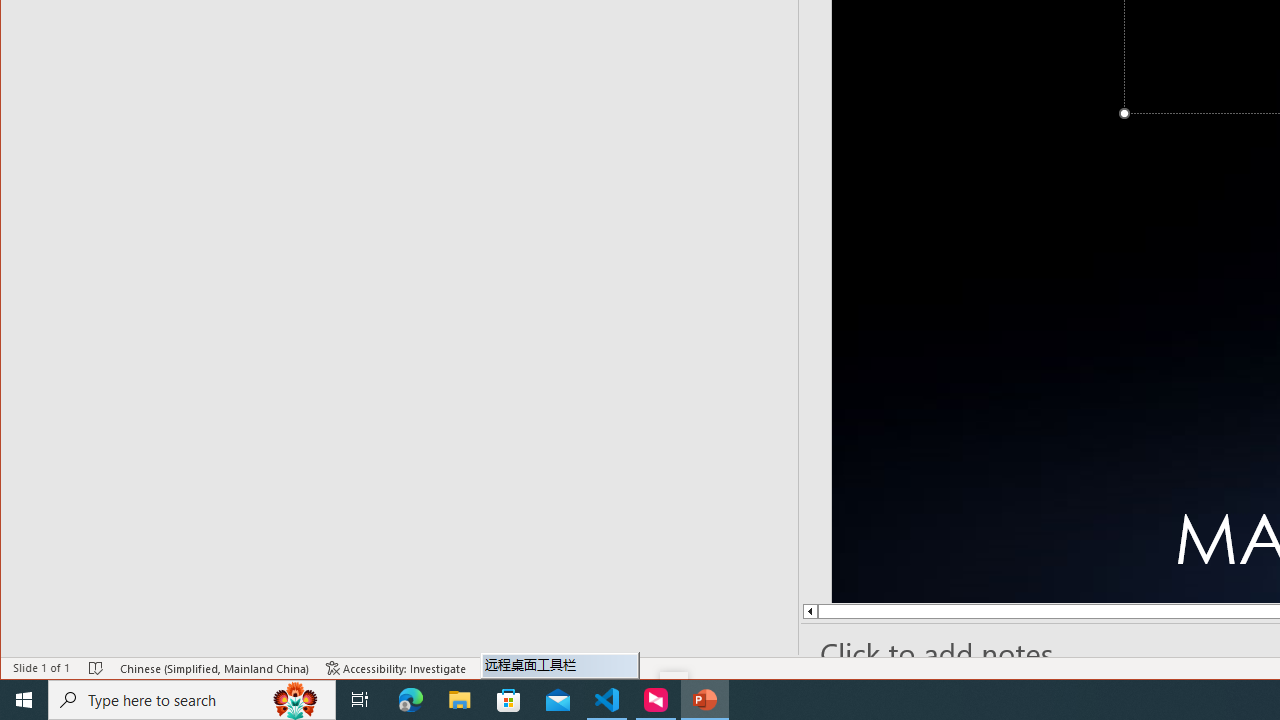 The image size is (1280, 720). What do you see at coordinates (410, 698) in the screenshot?
I see `'Microsoft Edge'` at bounding box center [410, 698].